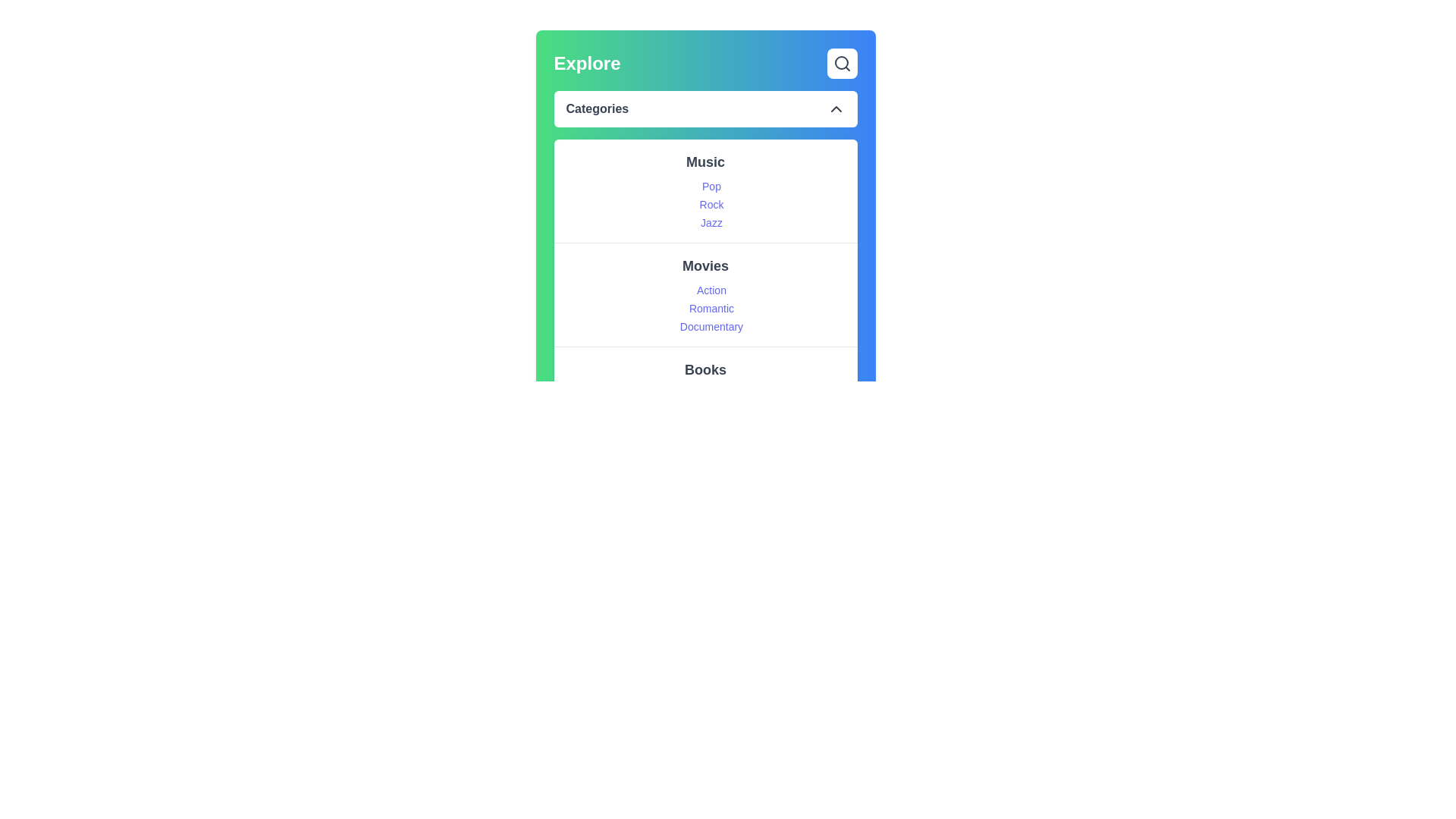  What do you see at coordinates (586, 63) in the screenshot?
I see `text label located at the left side of the header section, which serves as the title for the section` at bounding box center [586, 63].